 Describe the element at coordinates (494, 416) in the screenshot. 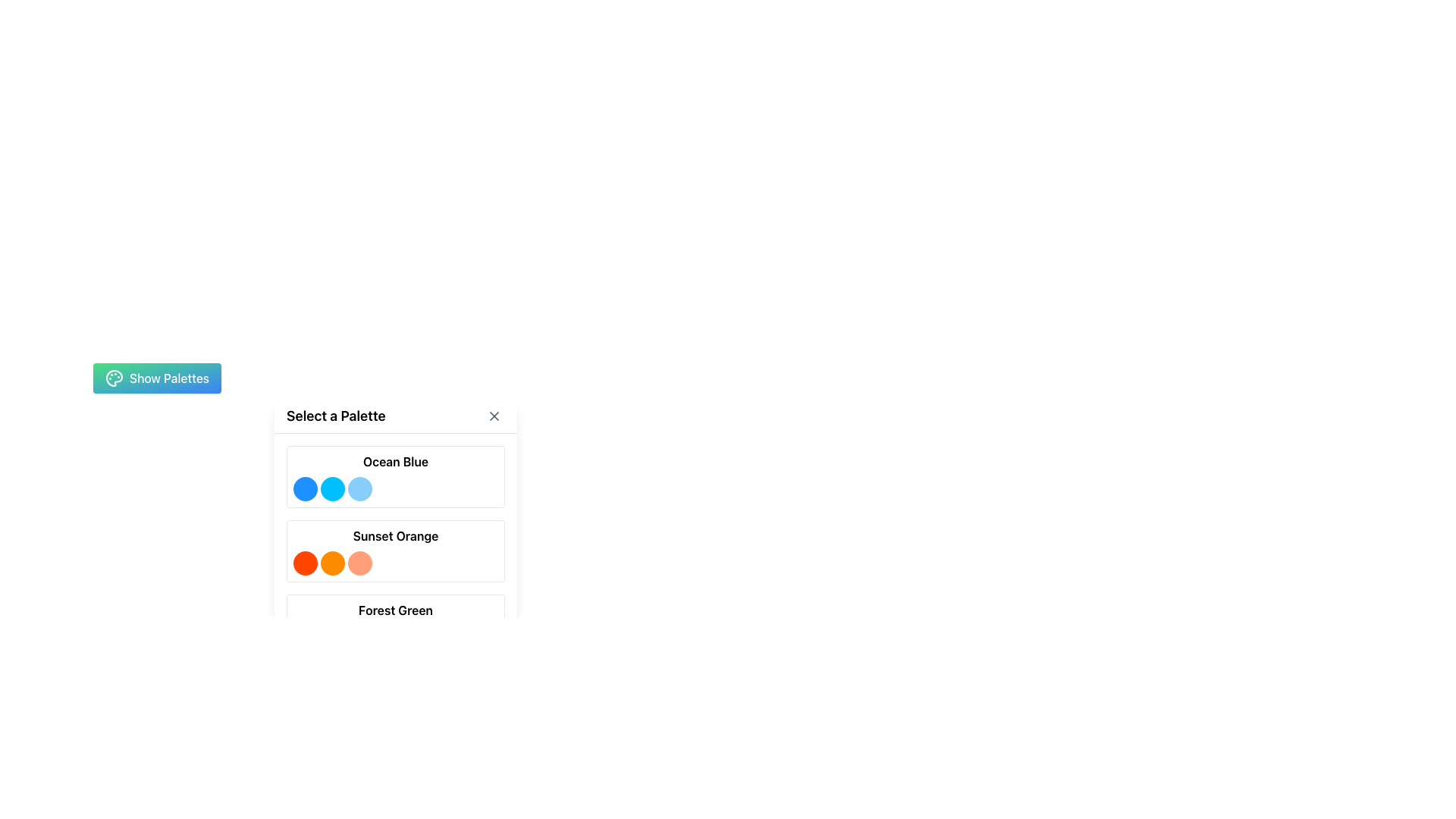

I see `the 'X' icon button located on the right side of the header, adjacent to the 'Select a Palette' text` at that location.